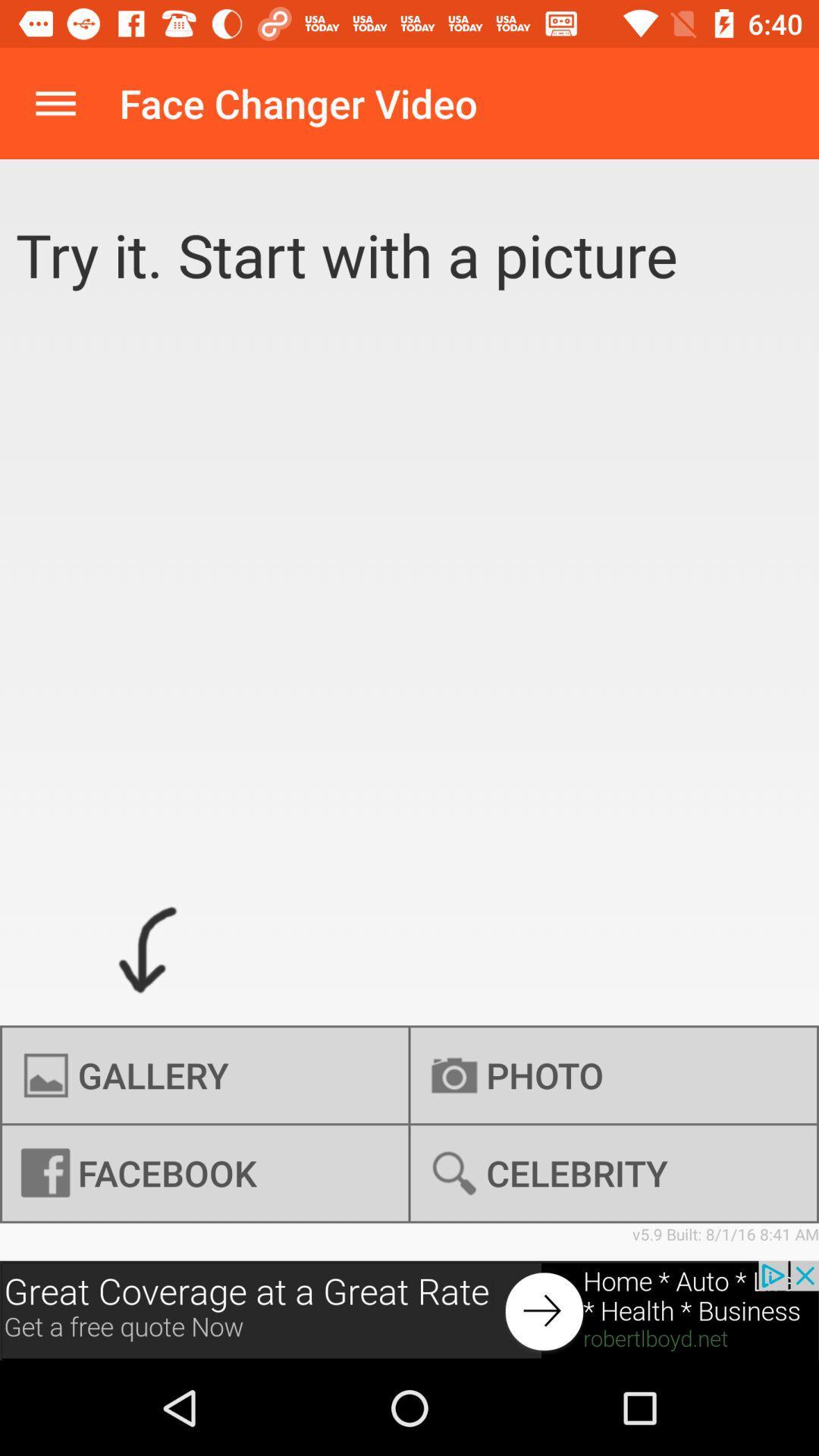 This screenshot has height=1456, width=819. I want to click on show app options, so click(55, 102).